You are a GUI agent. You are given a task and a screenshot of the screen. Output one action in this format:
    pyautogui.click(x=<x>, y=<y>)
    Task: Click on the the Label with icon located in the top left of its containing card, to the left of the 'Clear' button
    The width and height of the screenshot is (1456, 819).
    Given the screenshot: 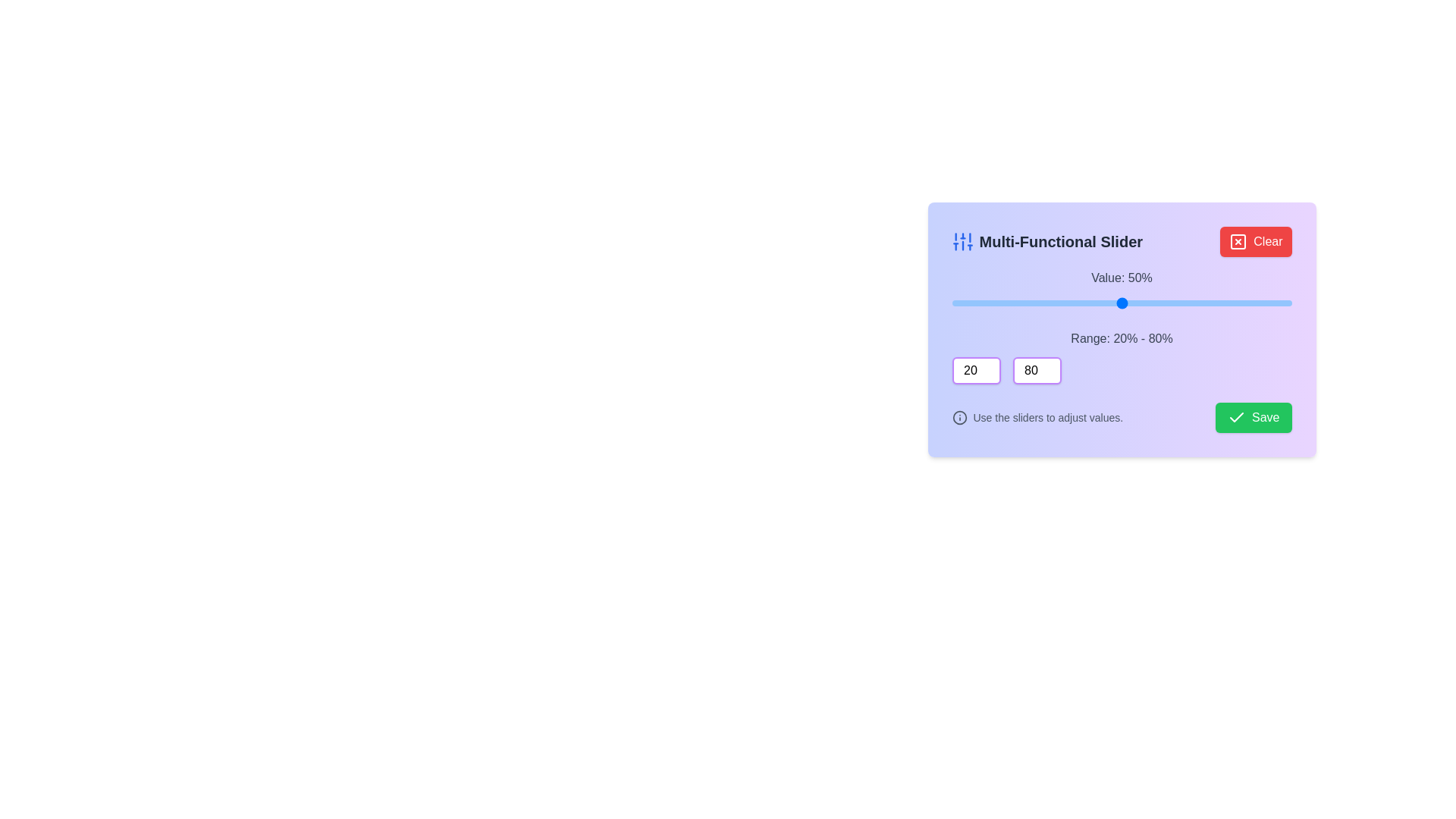 What is the action you would take?
    pyautogui.click(x=1046, y=241)
    